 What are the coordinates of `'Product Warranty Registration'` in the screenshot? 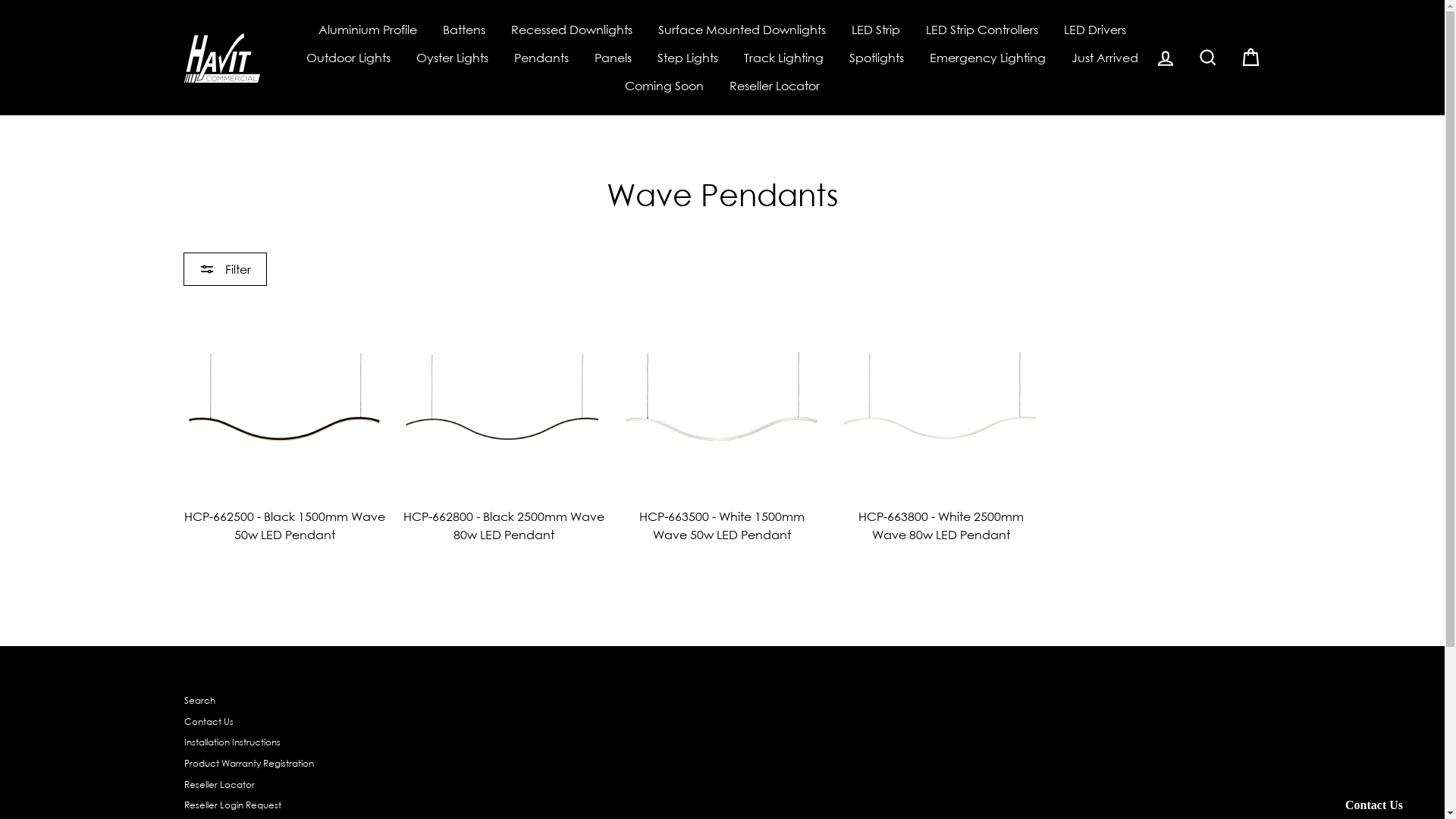 It's located at (248, 764).